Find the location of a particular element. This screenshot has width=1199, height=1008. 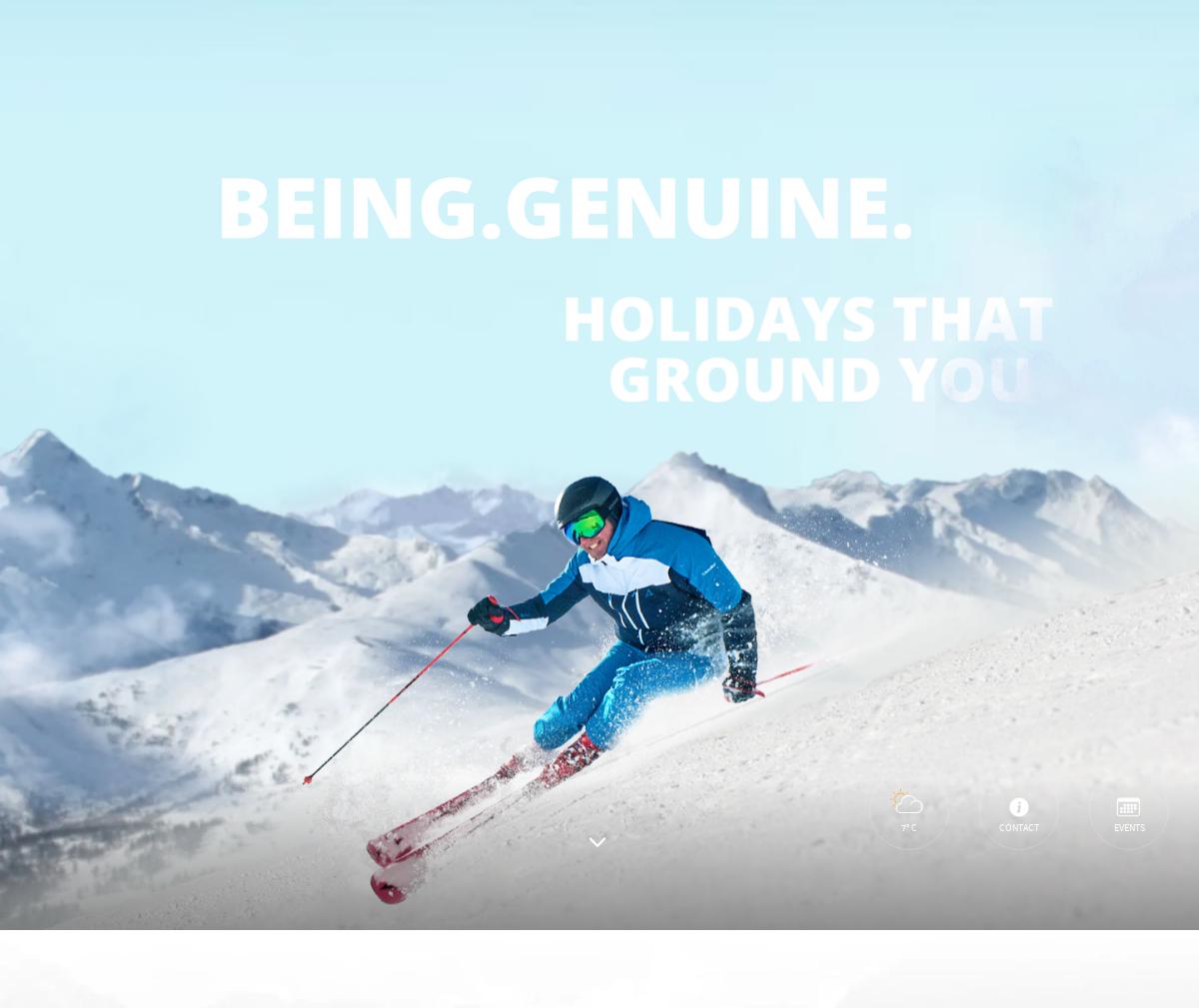

'Accept necessary cookies only' is located at coordinates (315, 920).